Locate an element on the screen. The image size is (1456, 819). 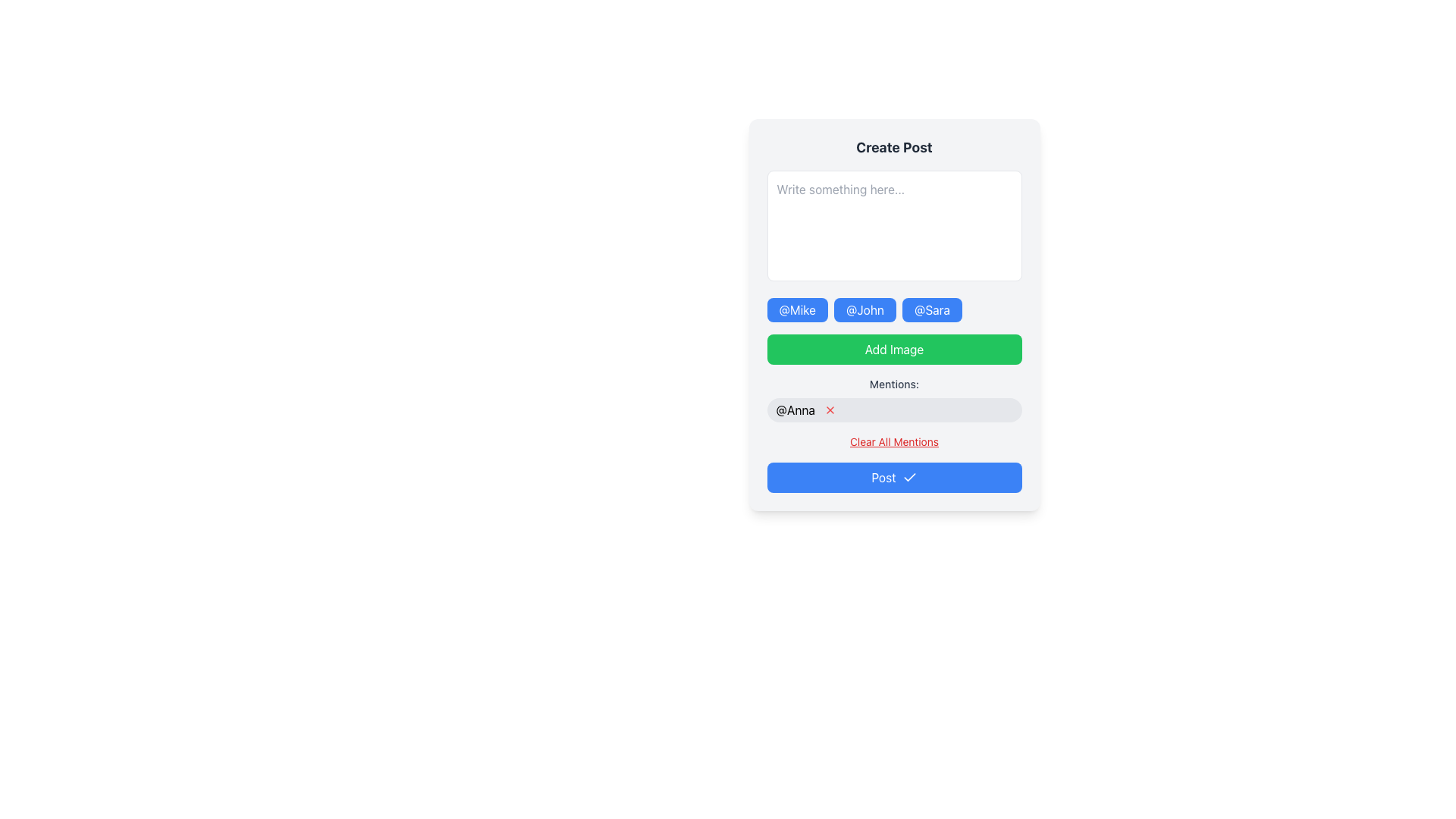
the second button labeled '@John' in the row of three buttons is located at coordinates (864, 309).